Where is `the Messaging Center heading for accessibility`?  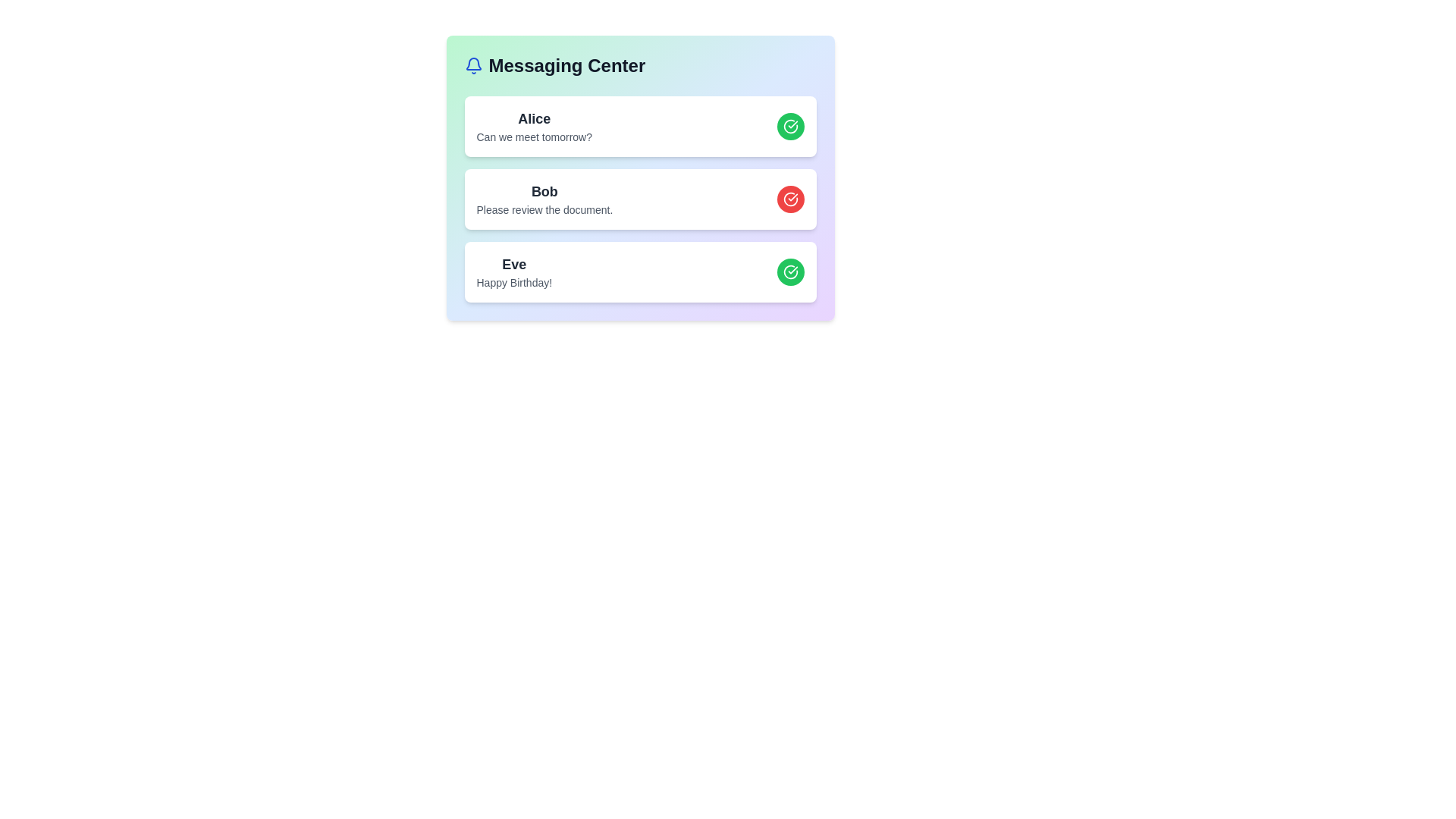
the Messaging Center heading for accessibility is located at coordinates (640, 65).